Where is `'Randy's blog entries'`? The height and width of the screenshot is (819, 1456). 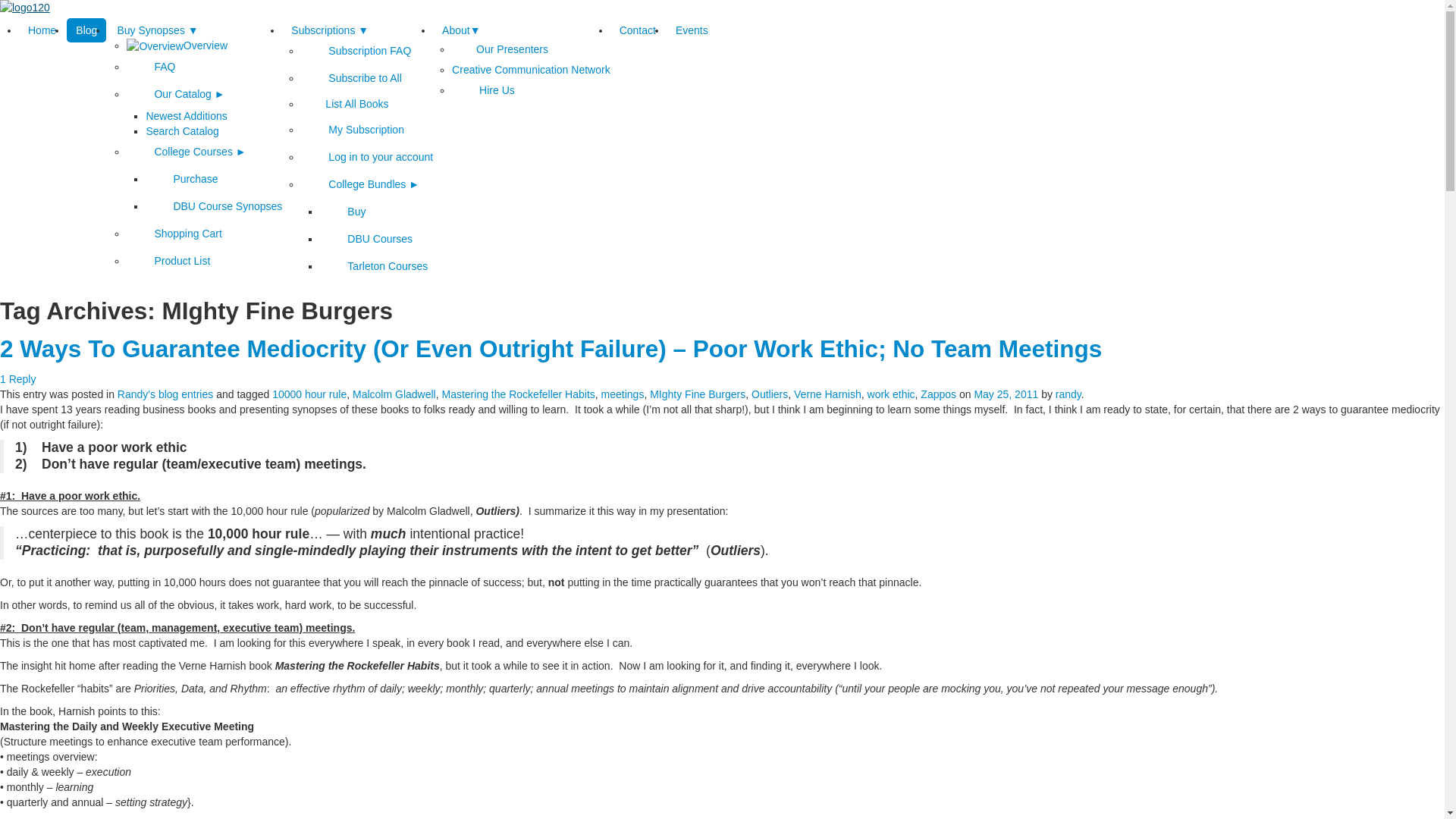 'Randy's blog entries' is located at coordinates (165, 394).